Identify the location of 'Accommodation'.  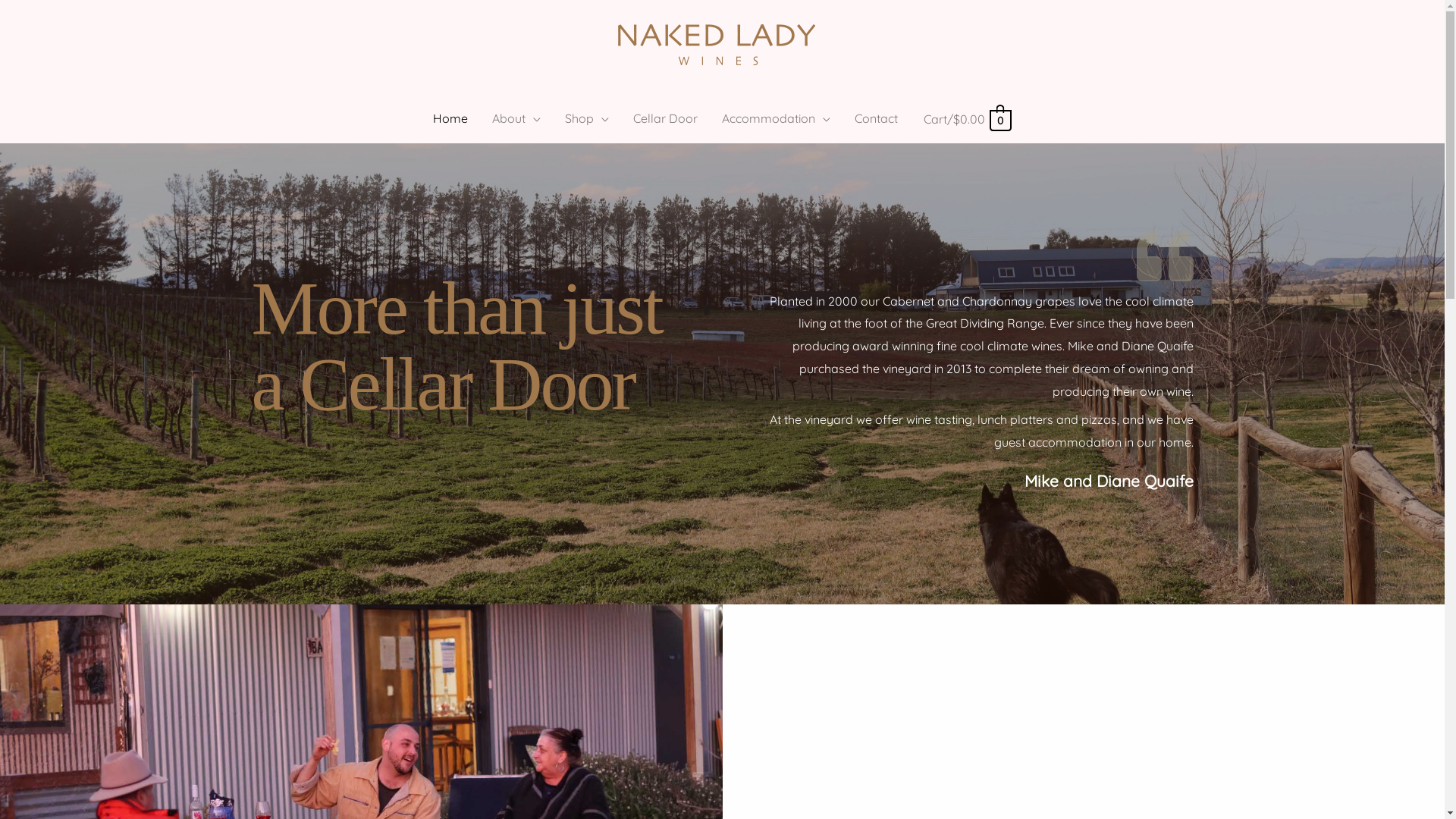
(776, 117).